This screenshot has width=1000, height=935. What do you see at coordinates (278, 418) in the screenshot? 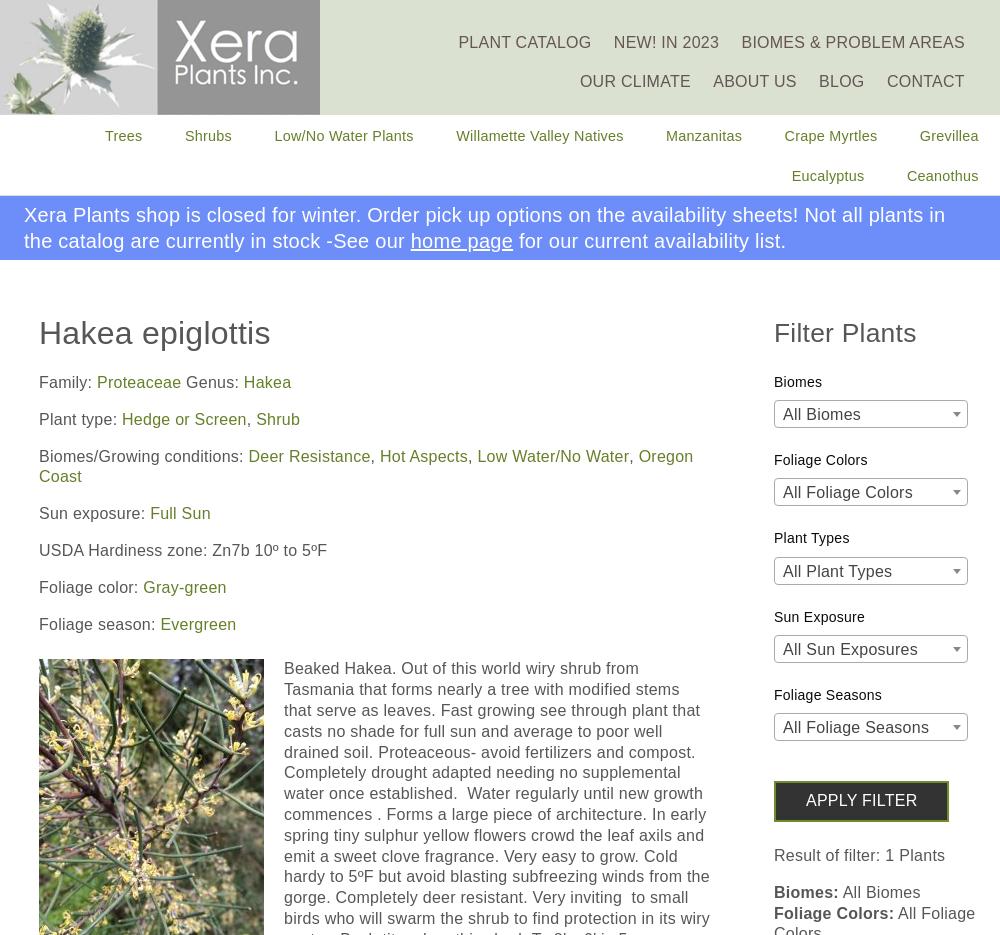
I see `'Shrub'` at bounding box center [278, 418].